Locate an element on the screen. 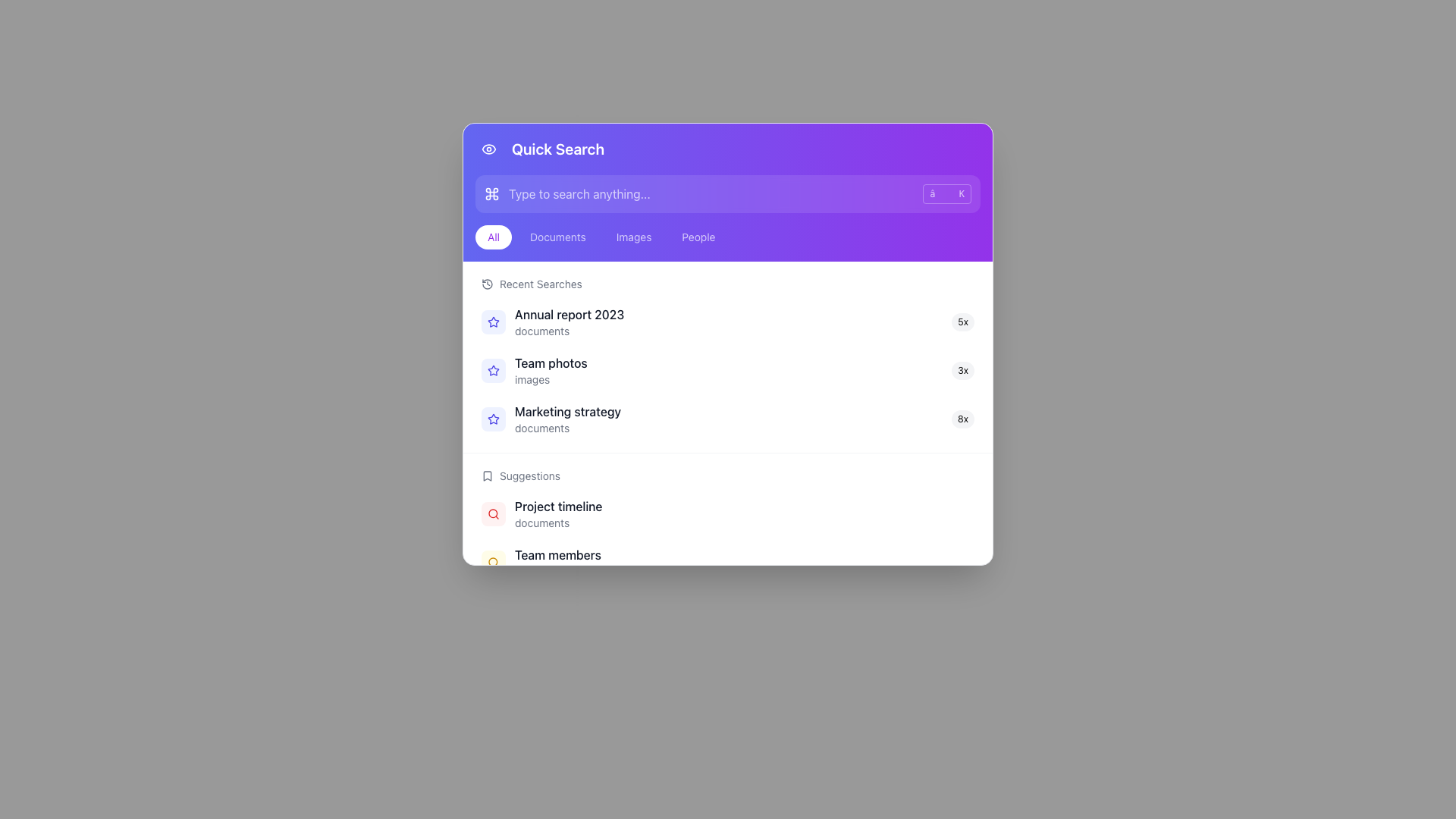  the 'Documents' button, which is the second button in a group of four is located at coordinates (557, 237).